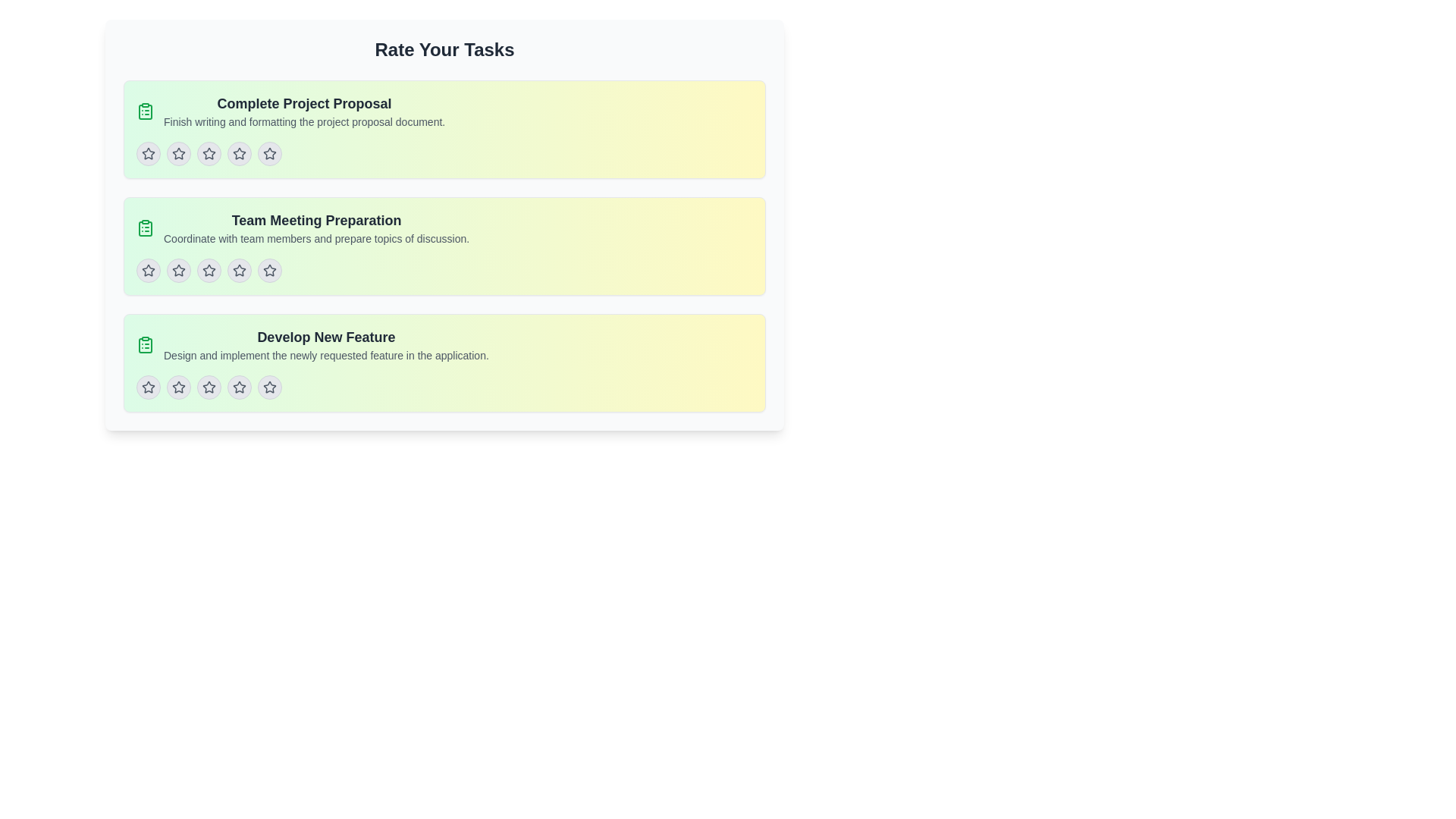 The image size is (1456, 819). What do you see at coordinates (178, 153) in the screenshot?
I see `the first star icon for rating interaction under the 'Complete Project Proposal' task` at bounding box center [178, 153].